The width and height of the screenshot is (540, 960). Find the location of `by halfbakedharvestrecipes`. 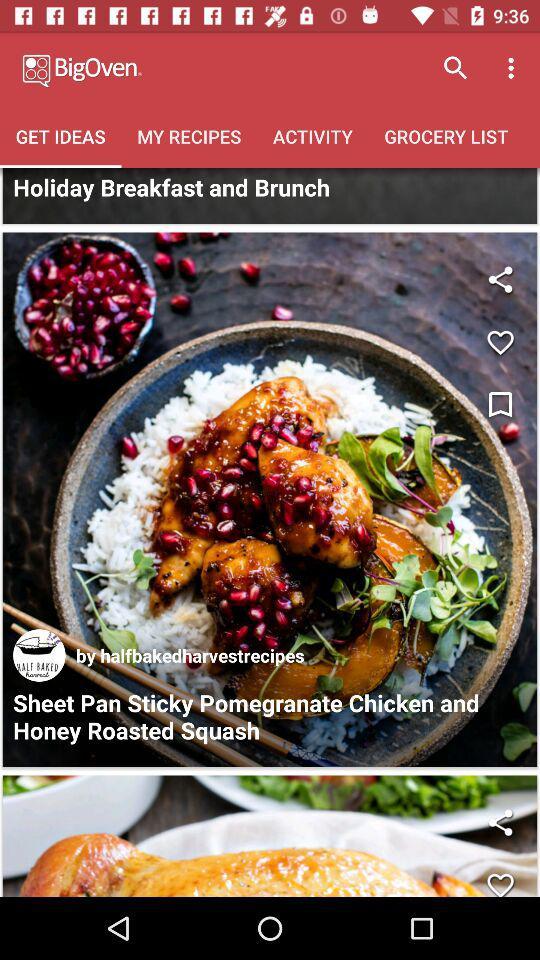

by halfbakedharvestrecipes is located at coordinates (190, 654).